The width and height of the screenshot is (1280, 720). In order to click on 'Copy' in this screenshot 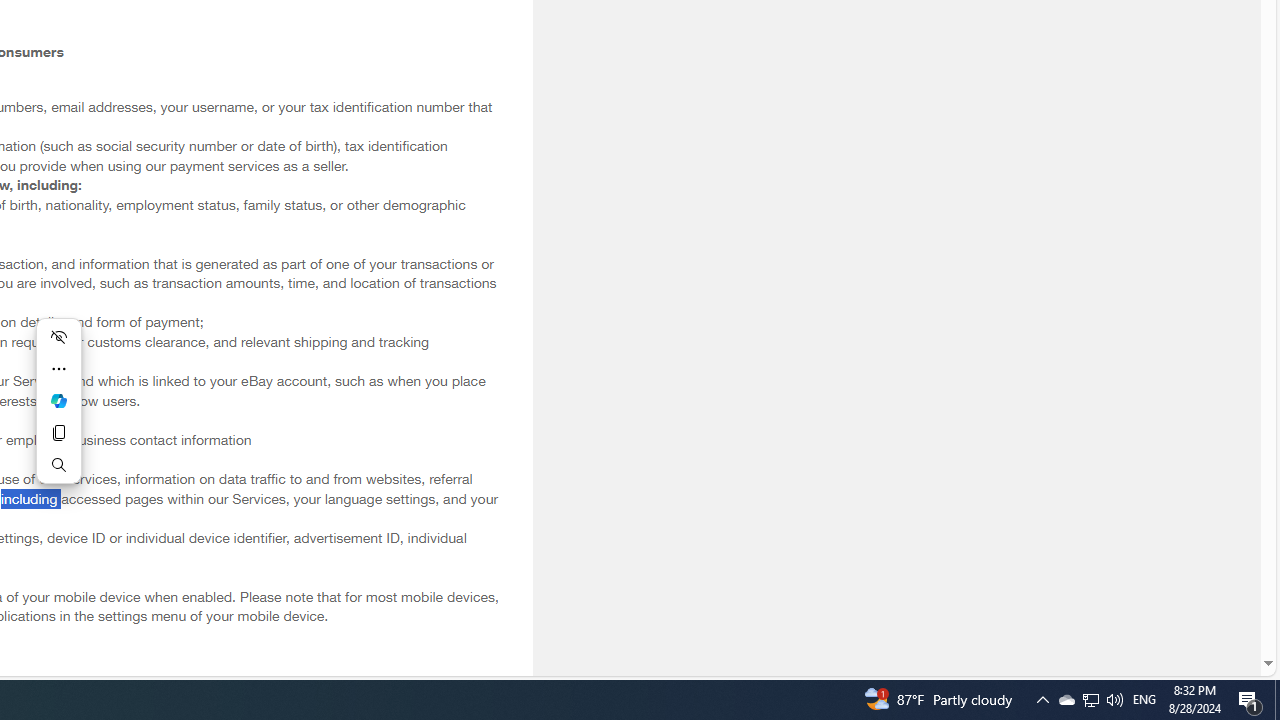, I will do `click(58, 432)`.